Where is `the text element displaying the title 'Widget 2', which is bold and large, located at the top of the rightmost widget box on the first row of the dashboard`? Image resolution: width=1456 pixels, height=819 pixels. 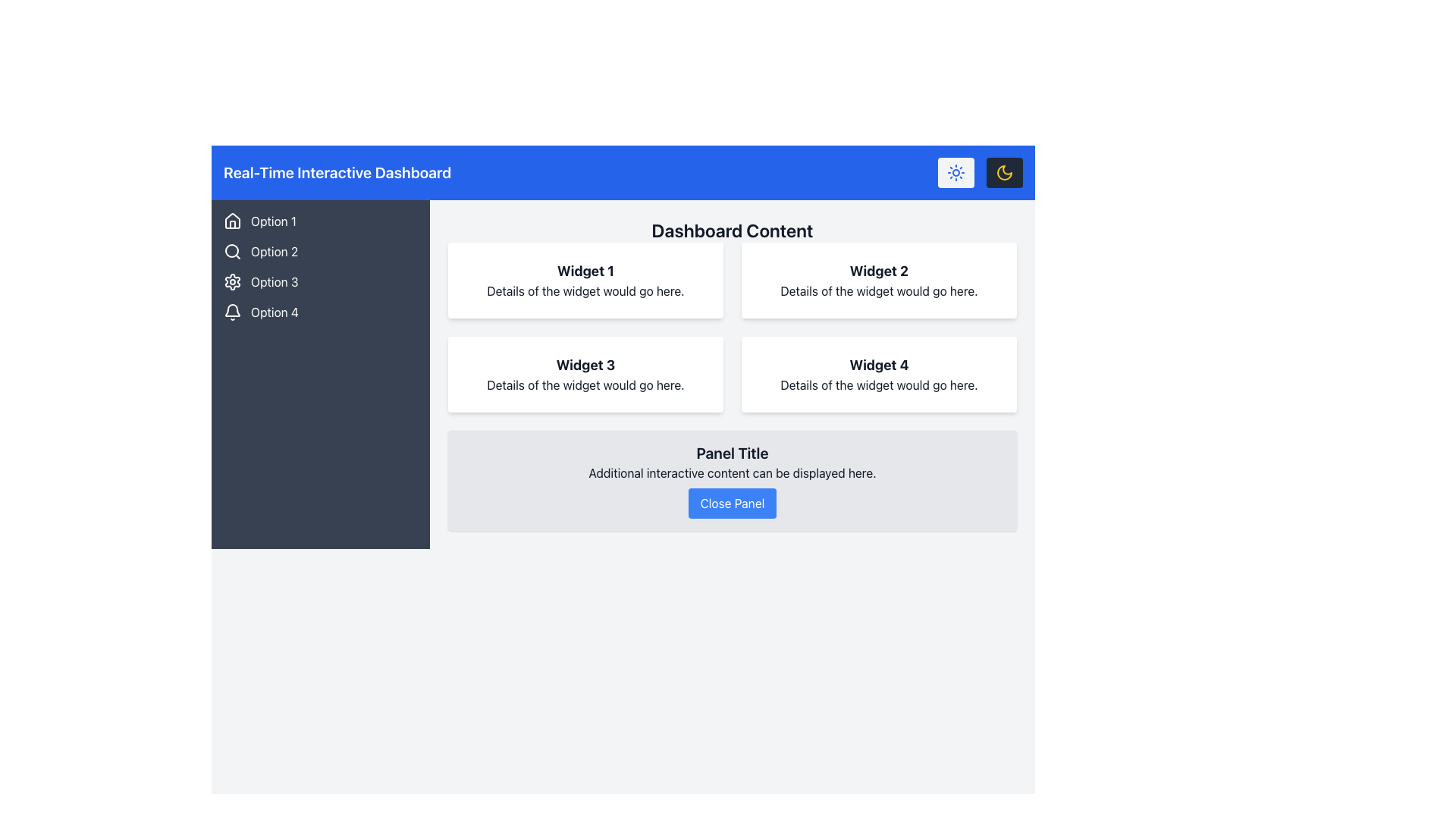
the text element displaying the title 'Widget 2', which is bold and large, located at the top of the rightmost widget box on the first row of the dashboard is located at coordinates (879, 271).